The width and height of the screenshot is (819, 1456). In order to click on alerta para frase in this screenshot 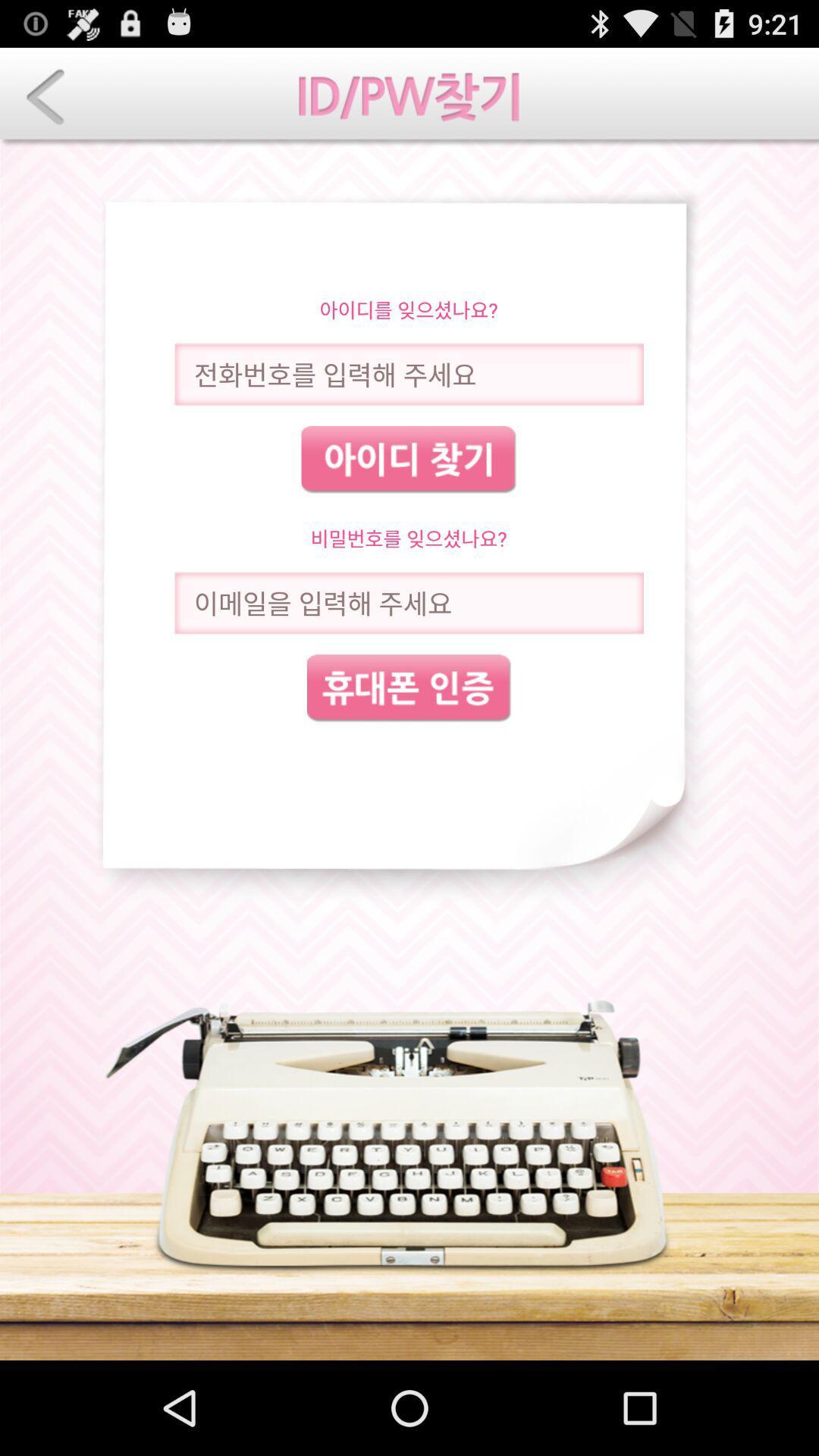, I will do `click(408, 602)`.